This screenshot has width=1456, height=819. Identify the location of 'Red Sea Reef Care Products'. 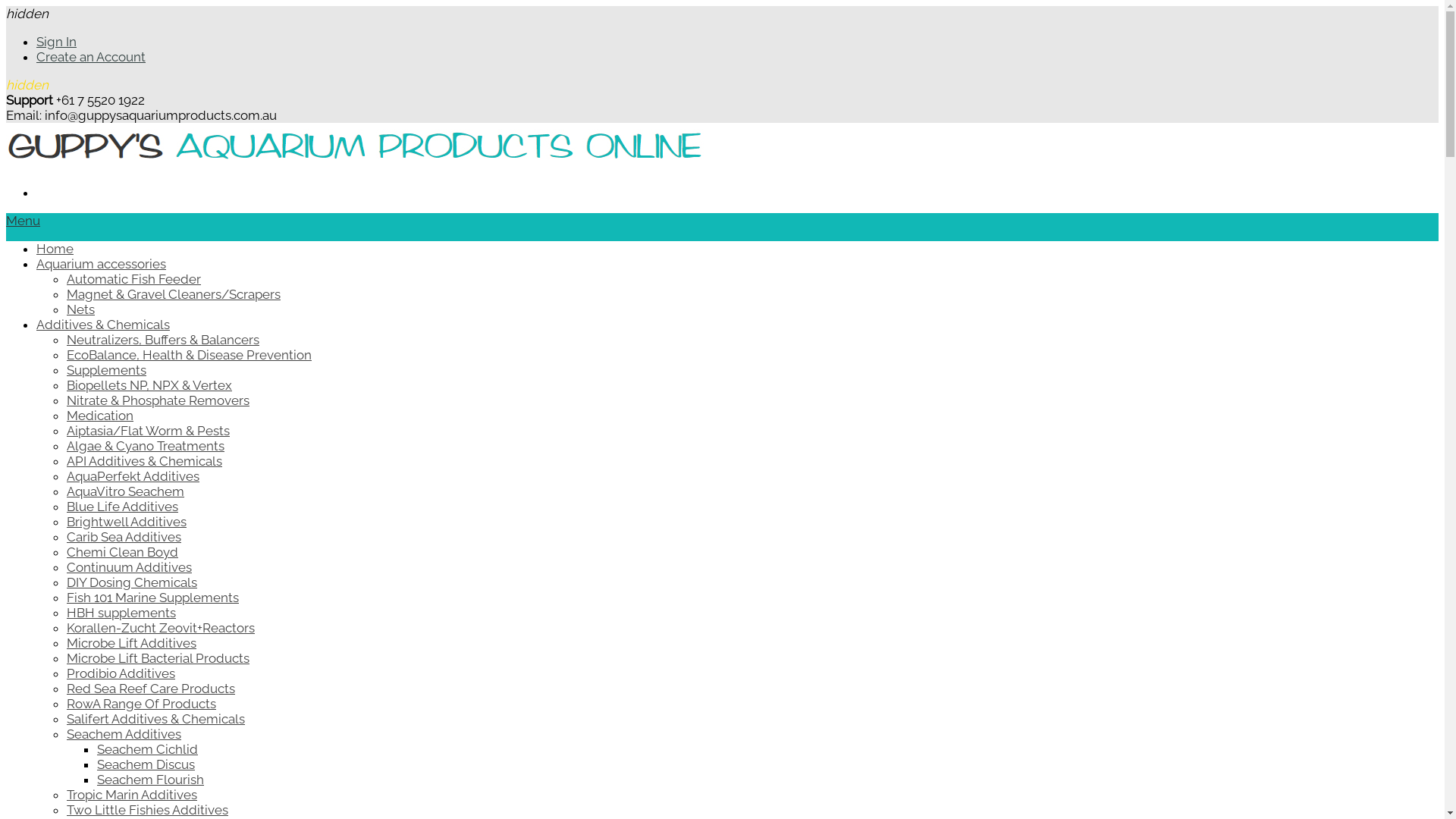
(150, 688).